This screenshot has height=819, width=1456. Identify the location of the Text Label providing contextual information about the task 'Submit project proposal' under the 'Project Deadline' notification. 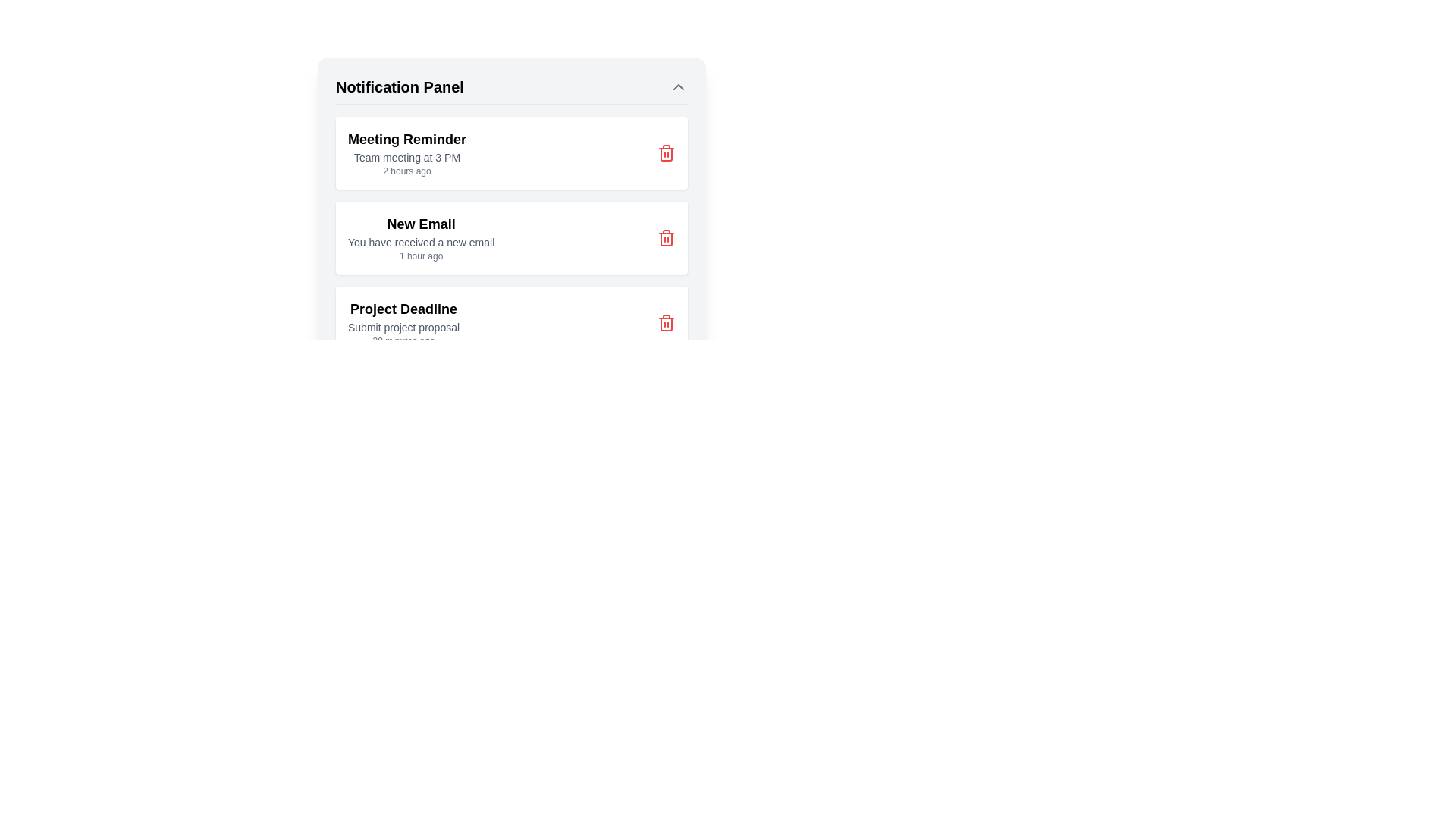
(403, 327).